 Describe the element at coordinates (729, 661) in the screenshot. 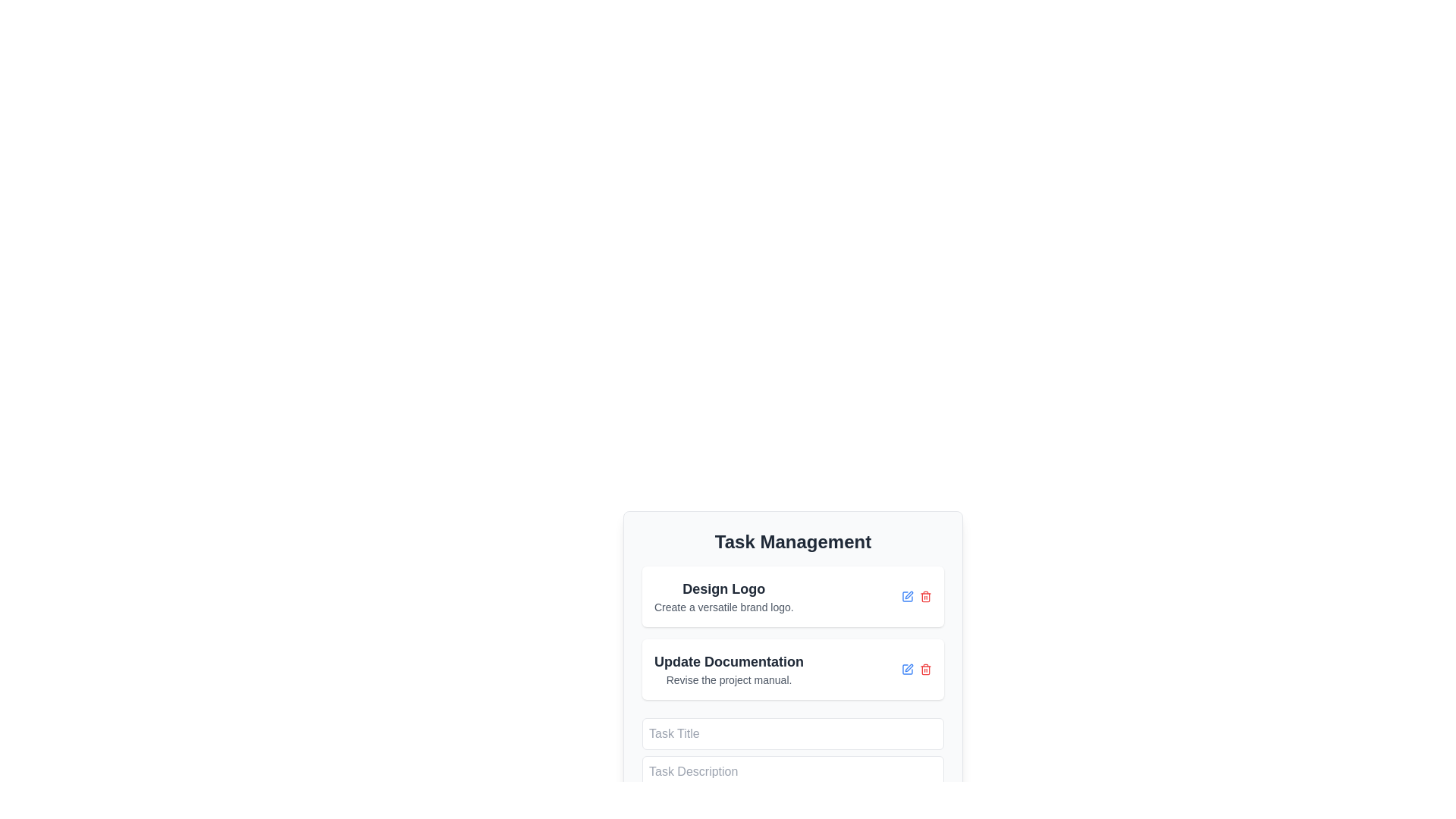

I see `text label titled 'Update Documentation' located in the second task group of the task management interface` at that location.